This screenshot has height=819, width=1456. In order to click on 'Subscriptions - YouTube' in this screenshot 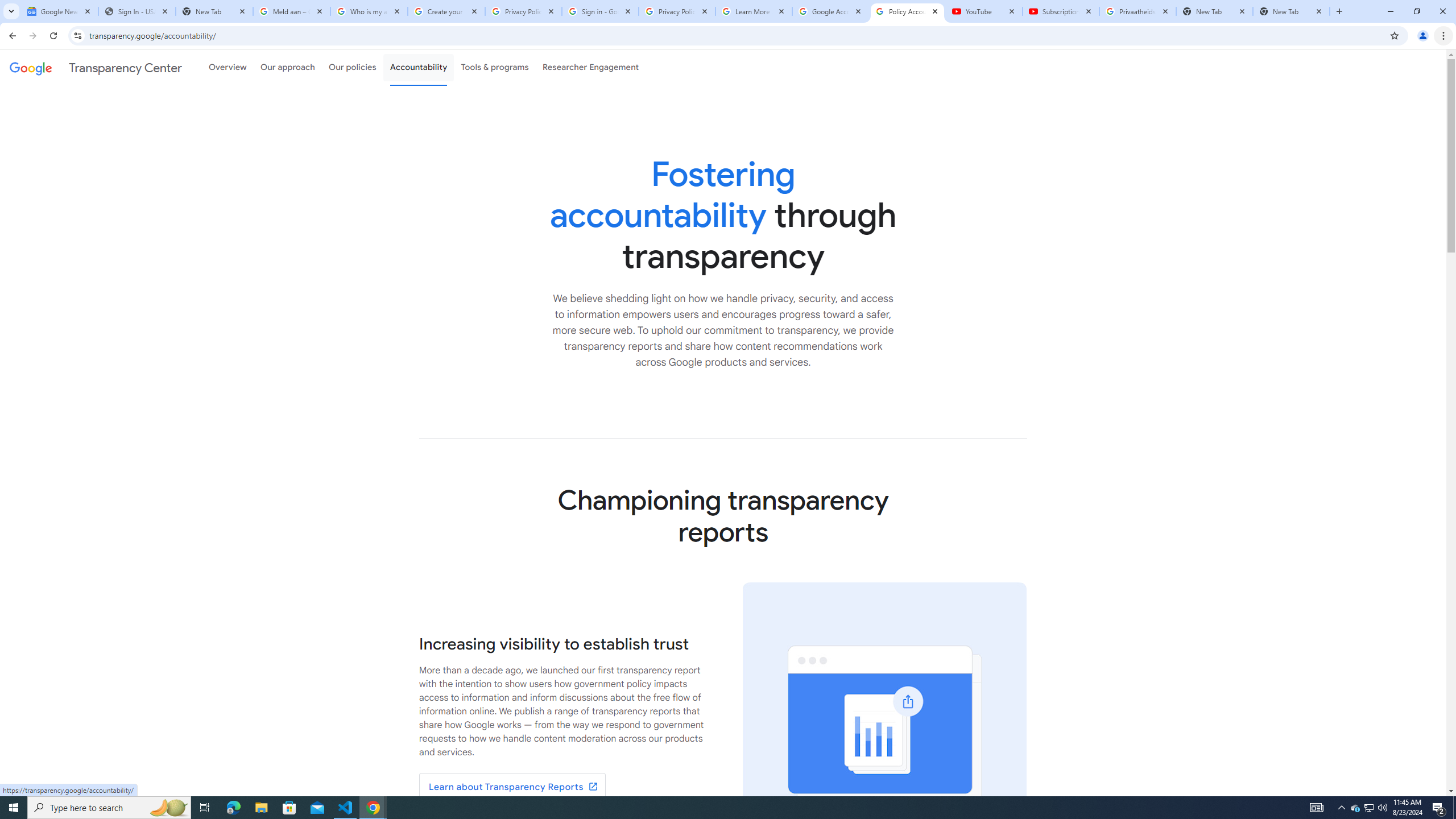, I will do `click(1061, 11)`.